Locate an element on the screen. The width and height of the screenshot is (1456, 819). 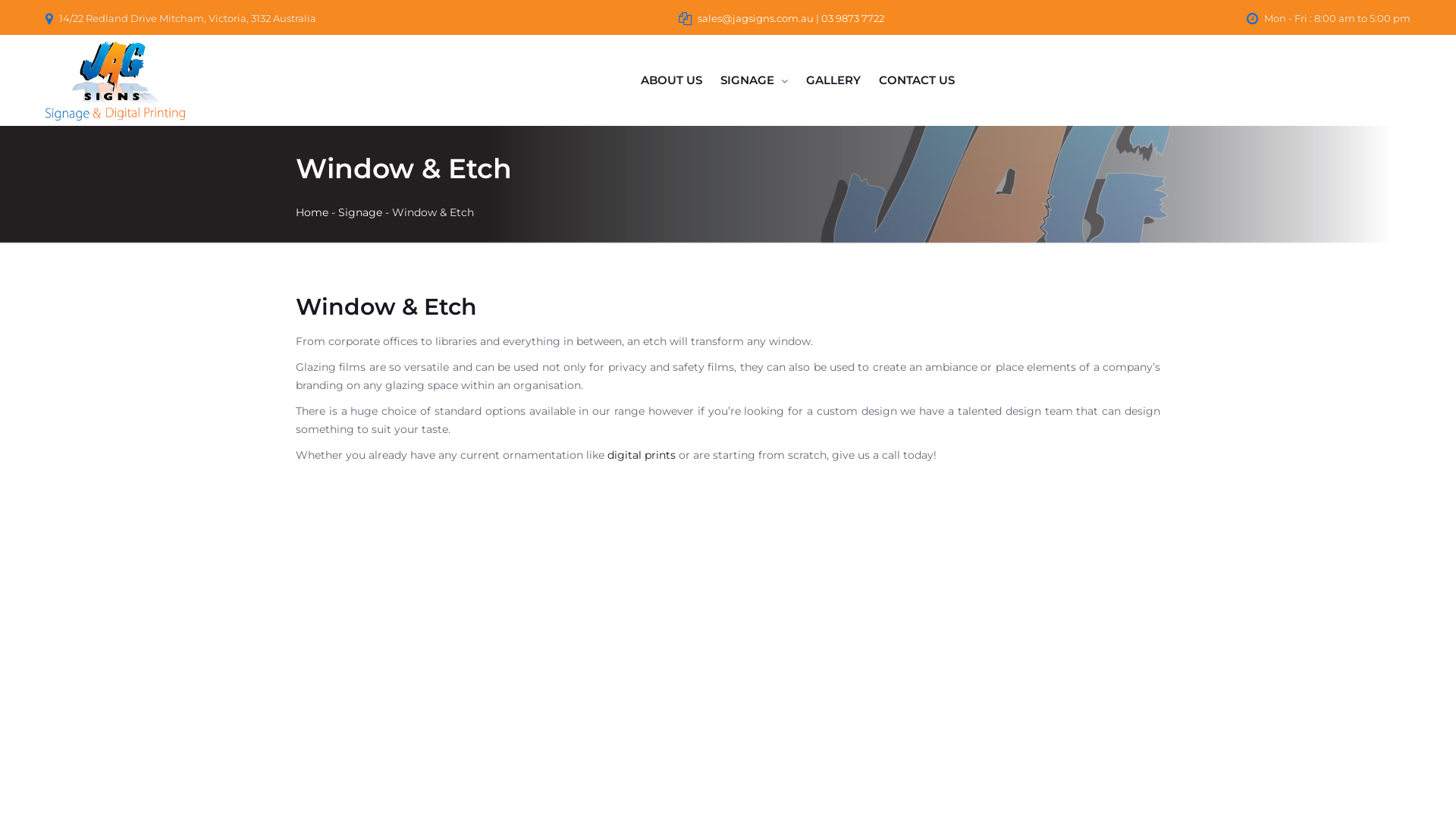
'sskb shop front signs' is located at coordinates (295, 623).